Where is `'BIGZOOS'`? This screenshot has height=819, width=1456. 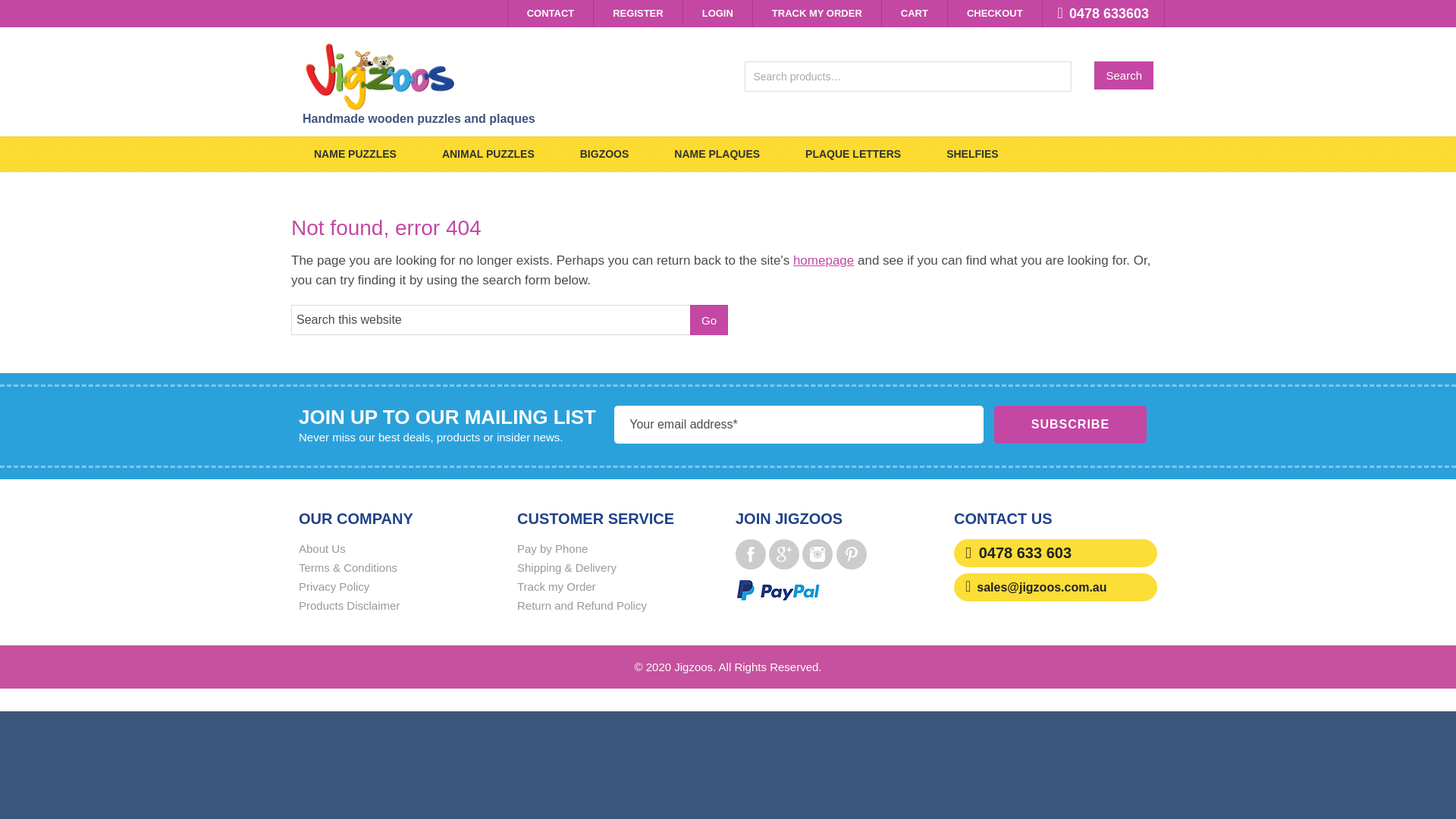
'BIGZOOS' is located at coordinates (556, 154).